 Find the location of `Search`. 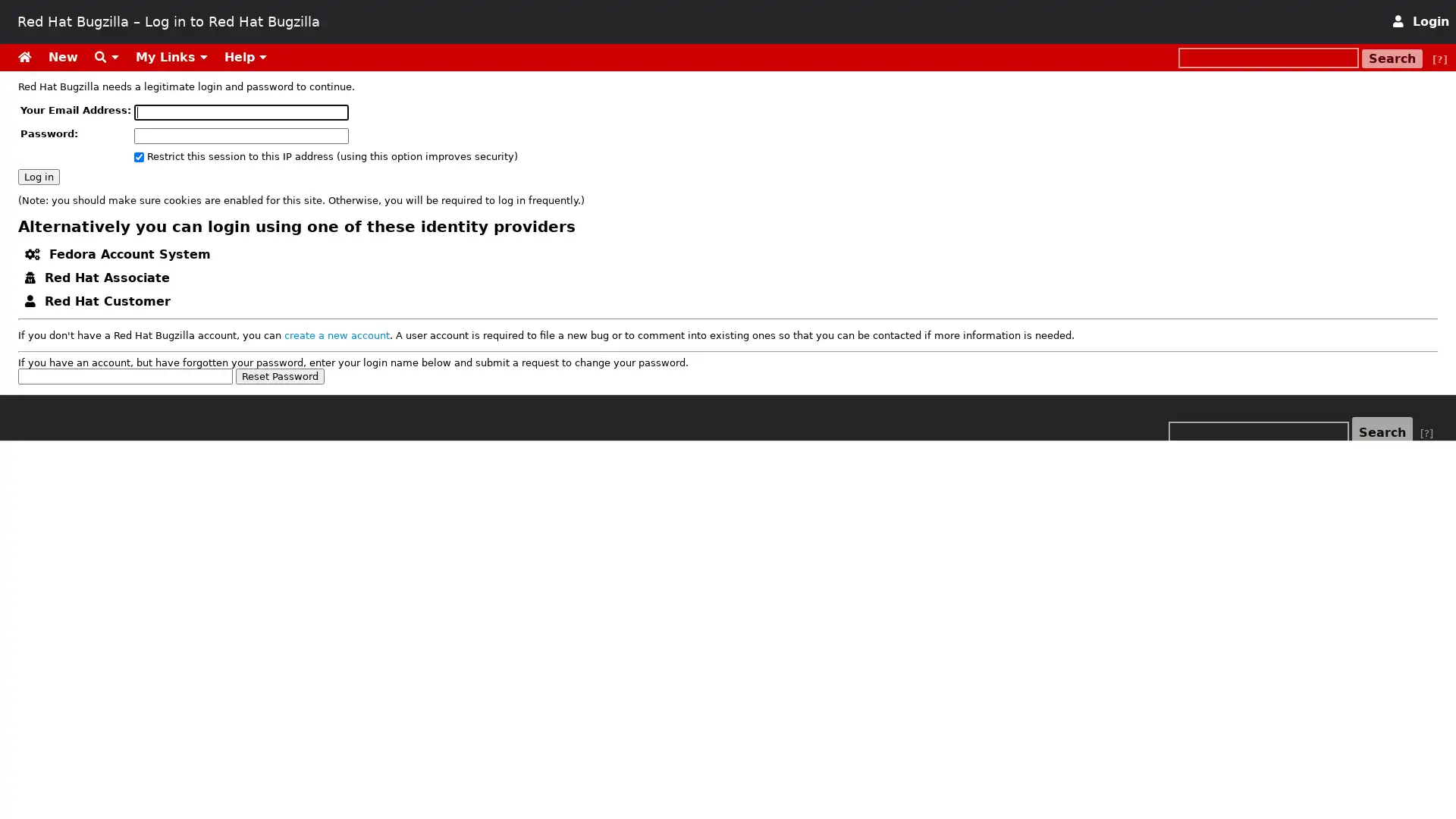

Search is located at coordinates (1382, 432).